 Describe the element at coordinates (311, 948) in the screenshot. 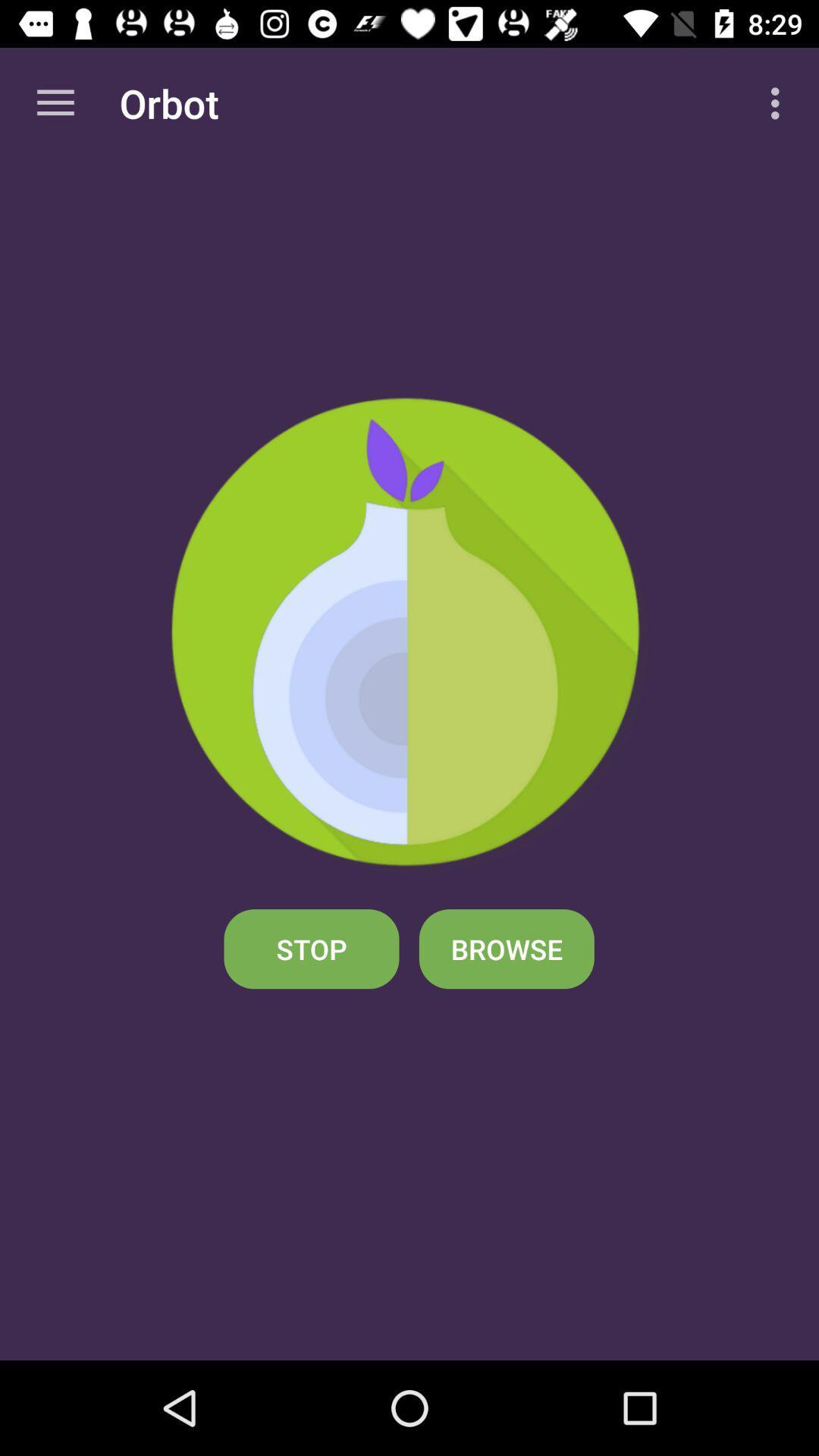

I see `the stop` at that location.